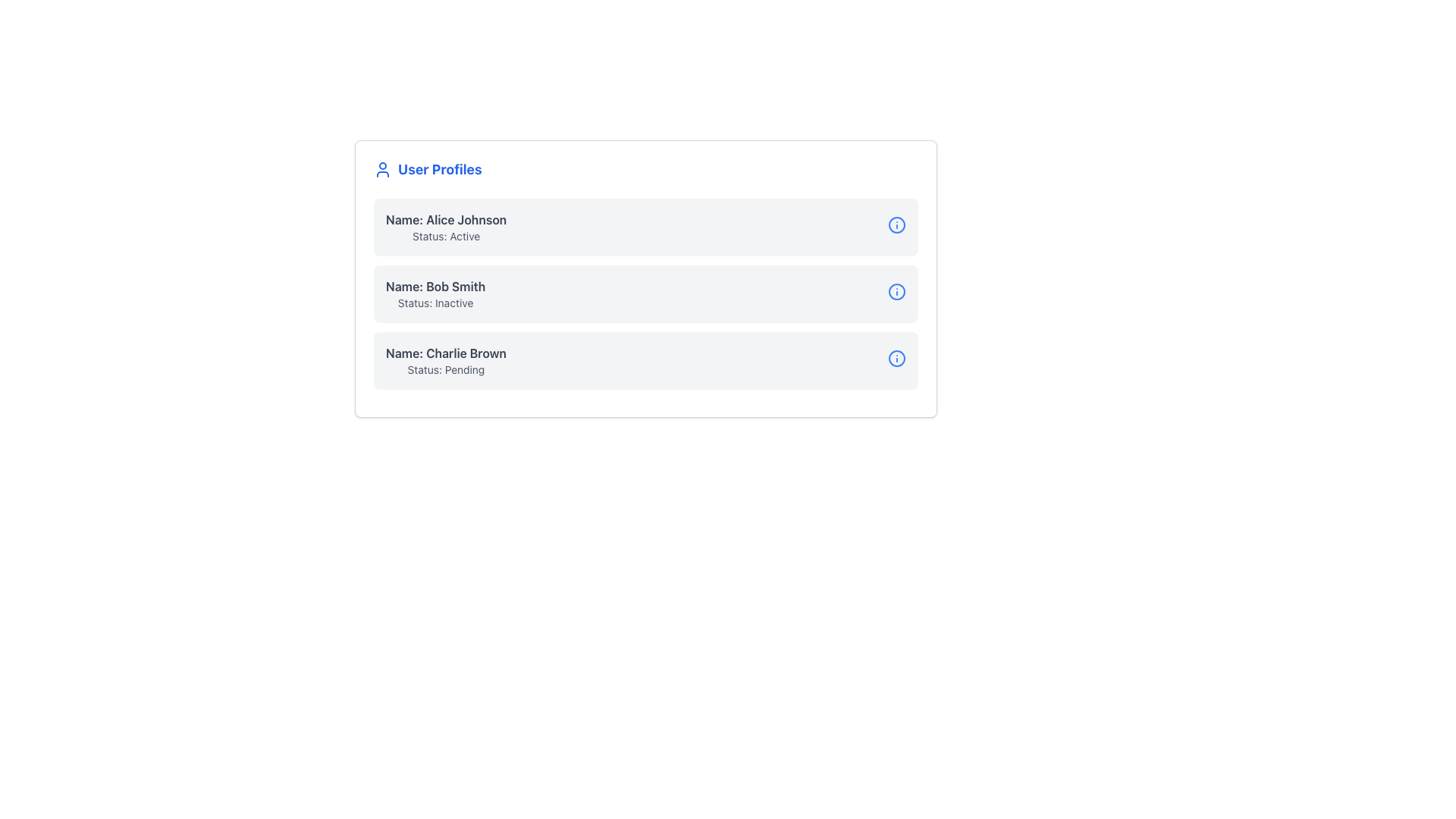 This screenshot has height=819, width=1456. I want to click on the status label displaying 'Inactive' for user 'Bob Smith' located in the second user profile card, directly below the 'Name: Bob Smith' label, so click(435, 303).